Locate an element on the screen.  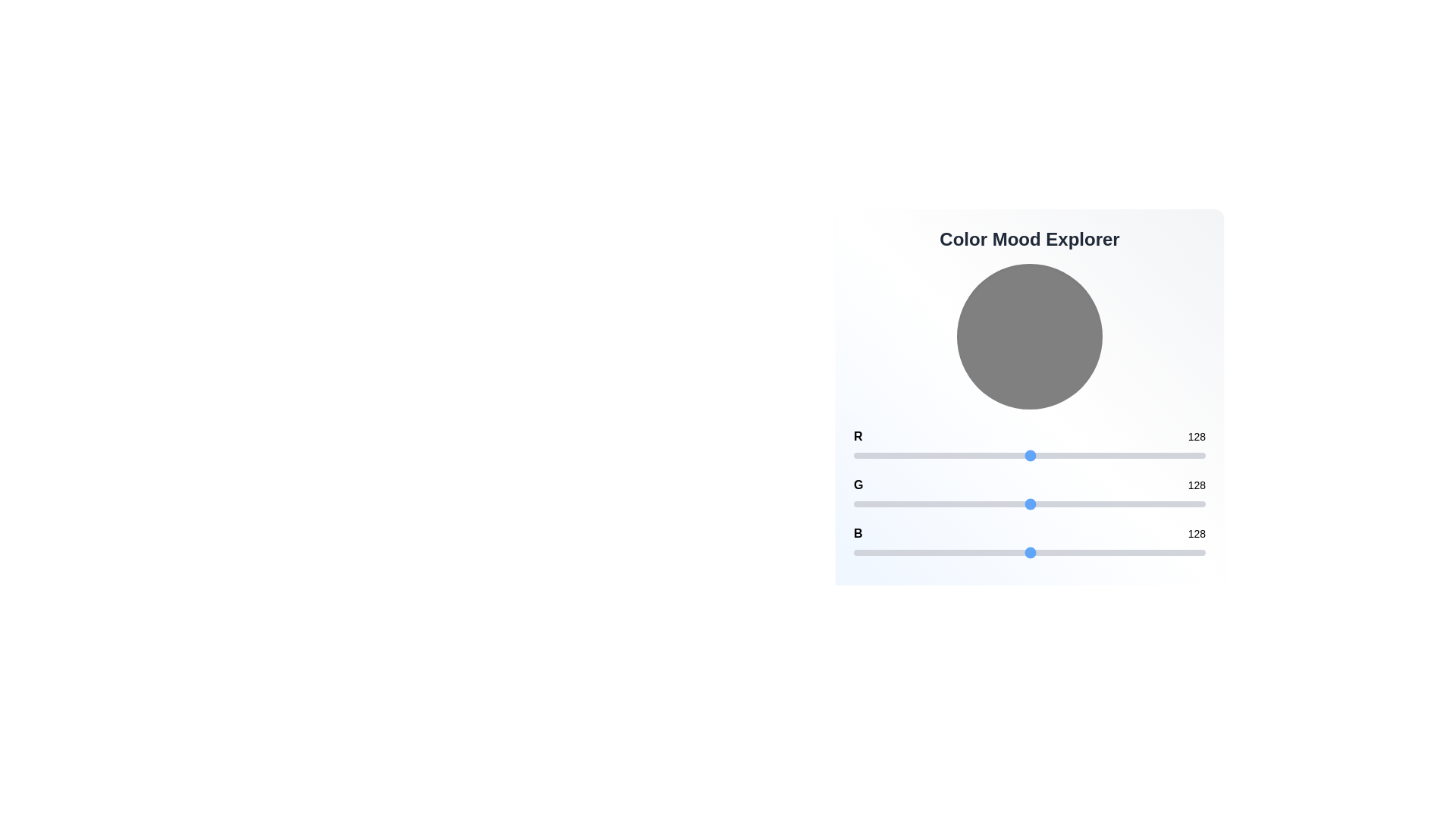
the 1 slider to set its value to 116 is located at coordinates (1014, 504).